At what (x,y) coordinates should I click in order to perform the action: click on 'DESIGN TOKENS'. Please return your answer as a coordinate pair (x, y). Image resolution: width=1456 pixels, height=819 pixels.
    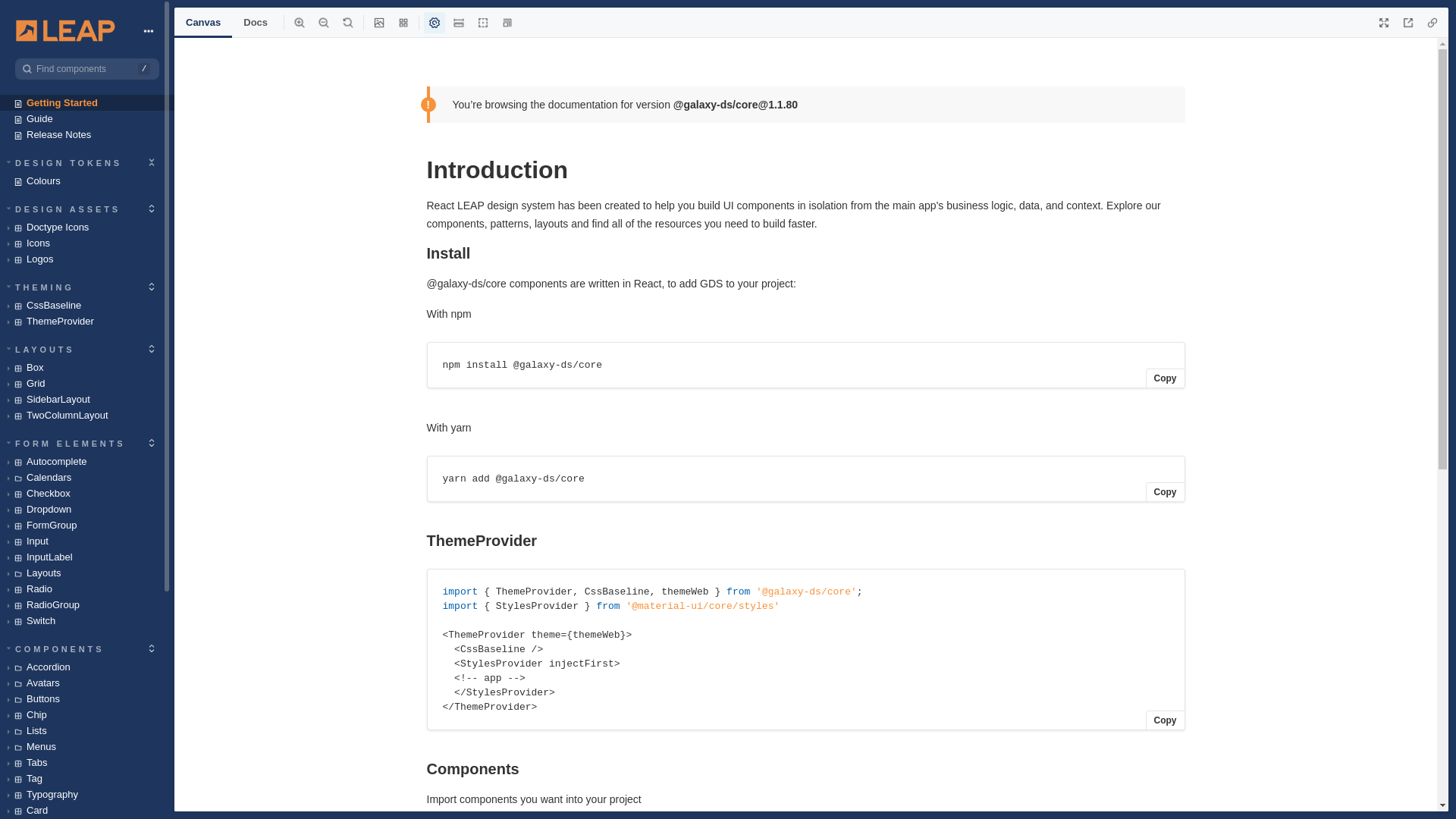
    Looking at the image, I should click on (64, 162).